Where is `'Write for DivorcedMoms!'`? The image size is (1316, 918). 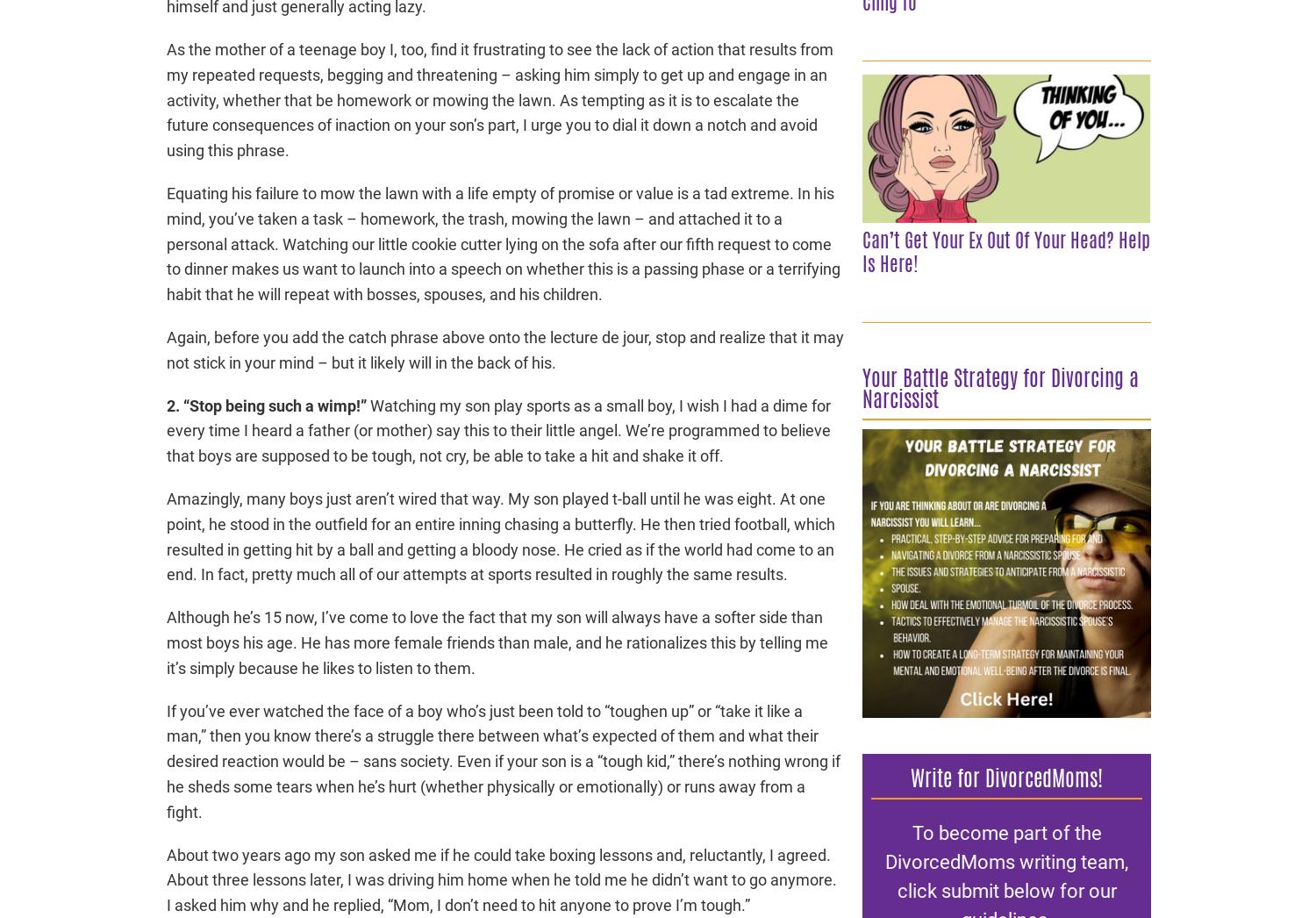 'Write for DivorcedMoms!' is located at coordinates (911, 778).